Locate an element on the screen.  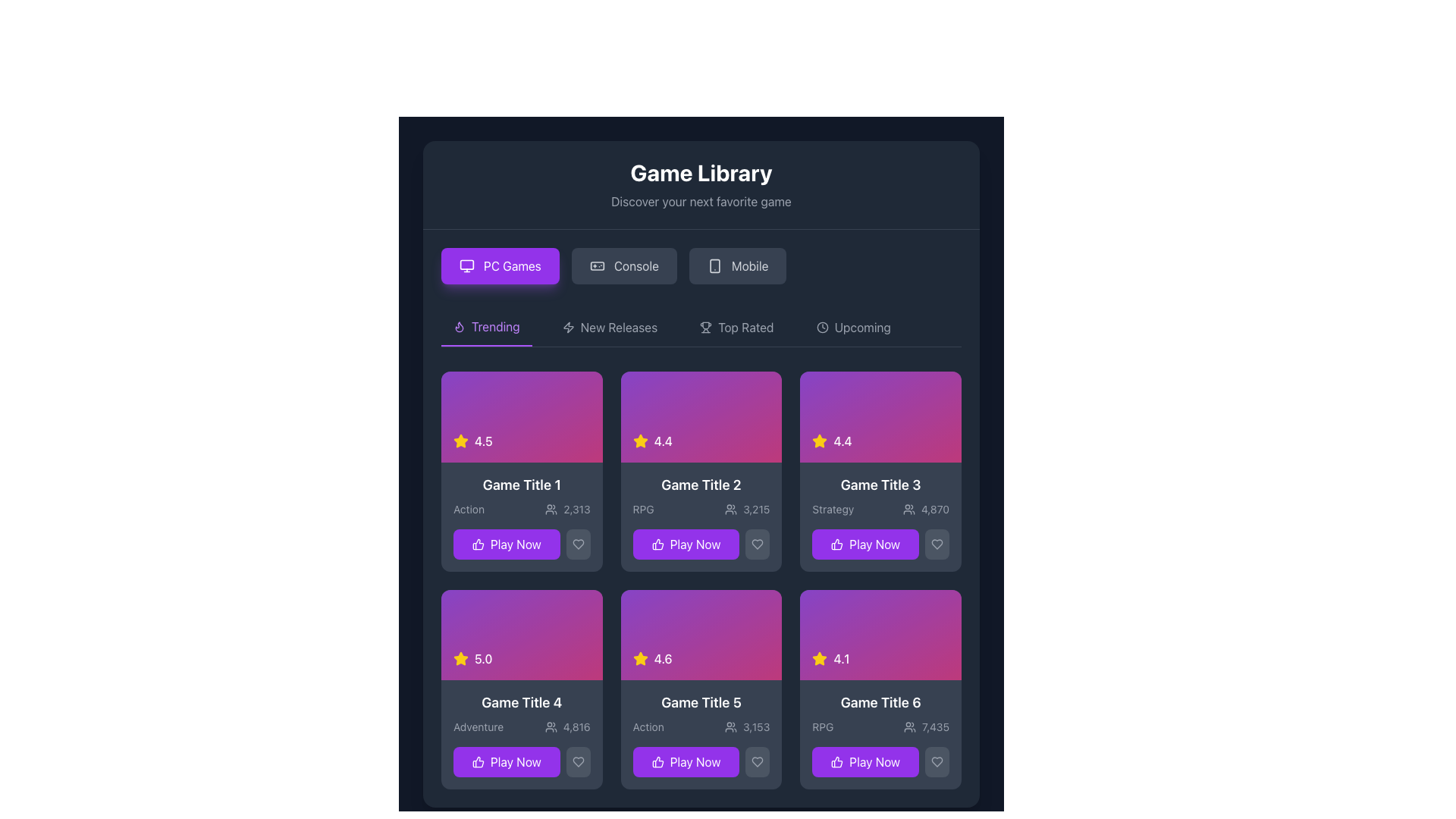
the heart-shaped icon button located at the bottom of the 'Game Title 5' card in the Game Library interface is located at coordinates (758, 762).